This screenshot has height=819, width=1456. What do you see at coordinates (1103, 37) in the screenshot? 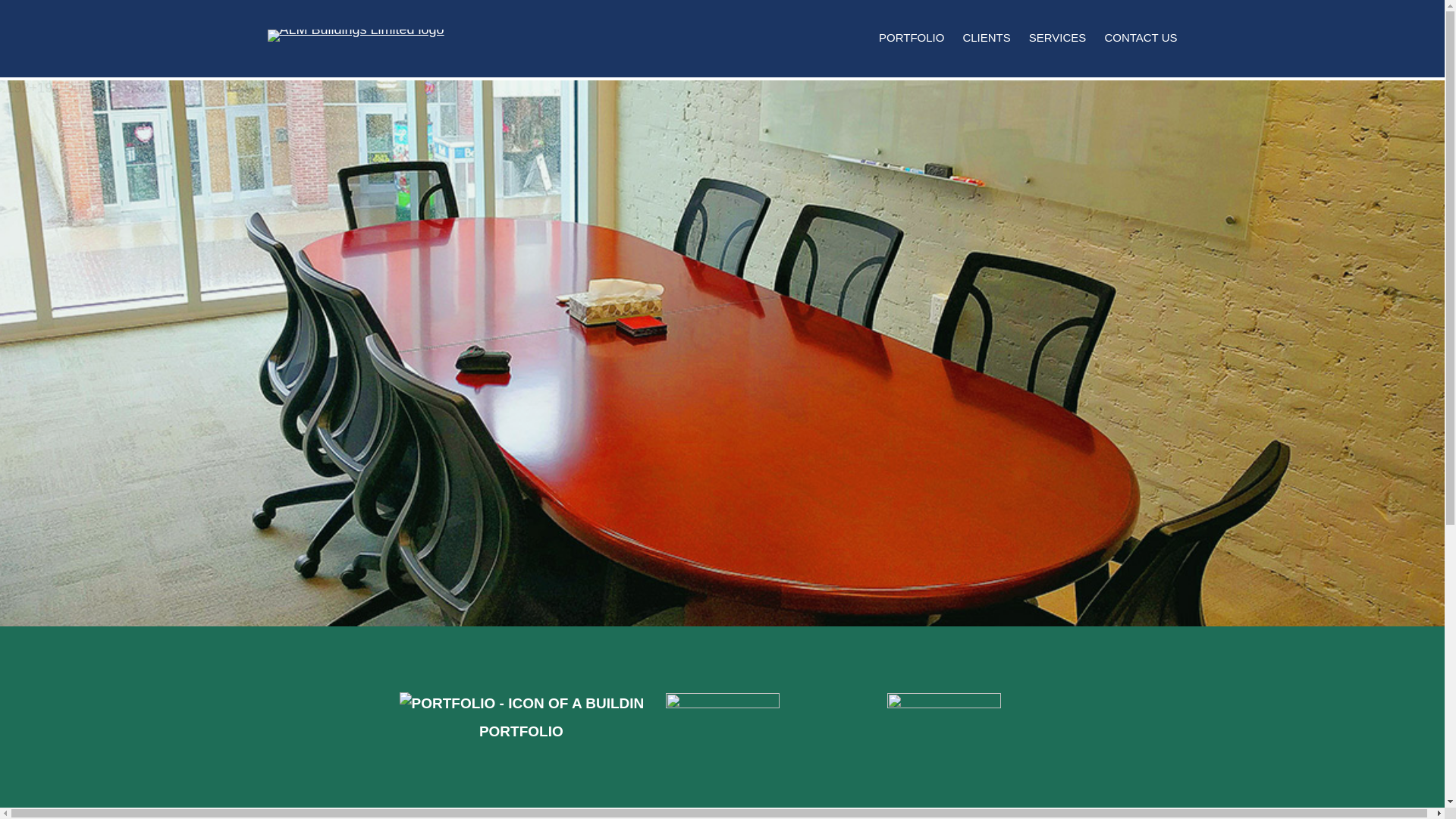
I see `'CONTACT US'` at bounding box center [1103, 37].